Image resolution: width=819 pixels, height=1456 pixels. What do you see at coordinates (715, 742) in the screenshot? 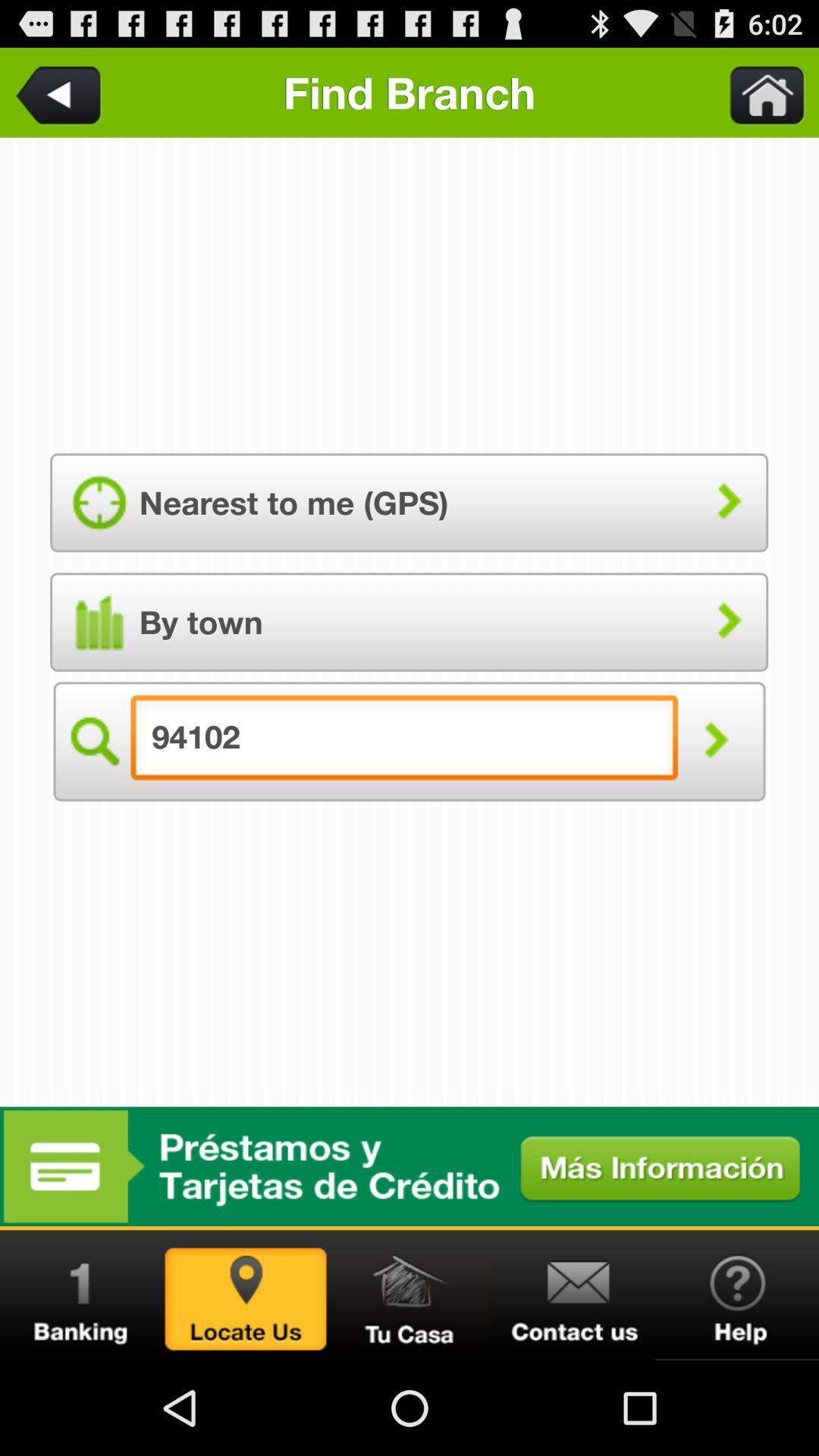
I see `search zip code` at bounding box center [715, 742].